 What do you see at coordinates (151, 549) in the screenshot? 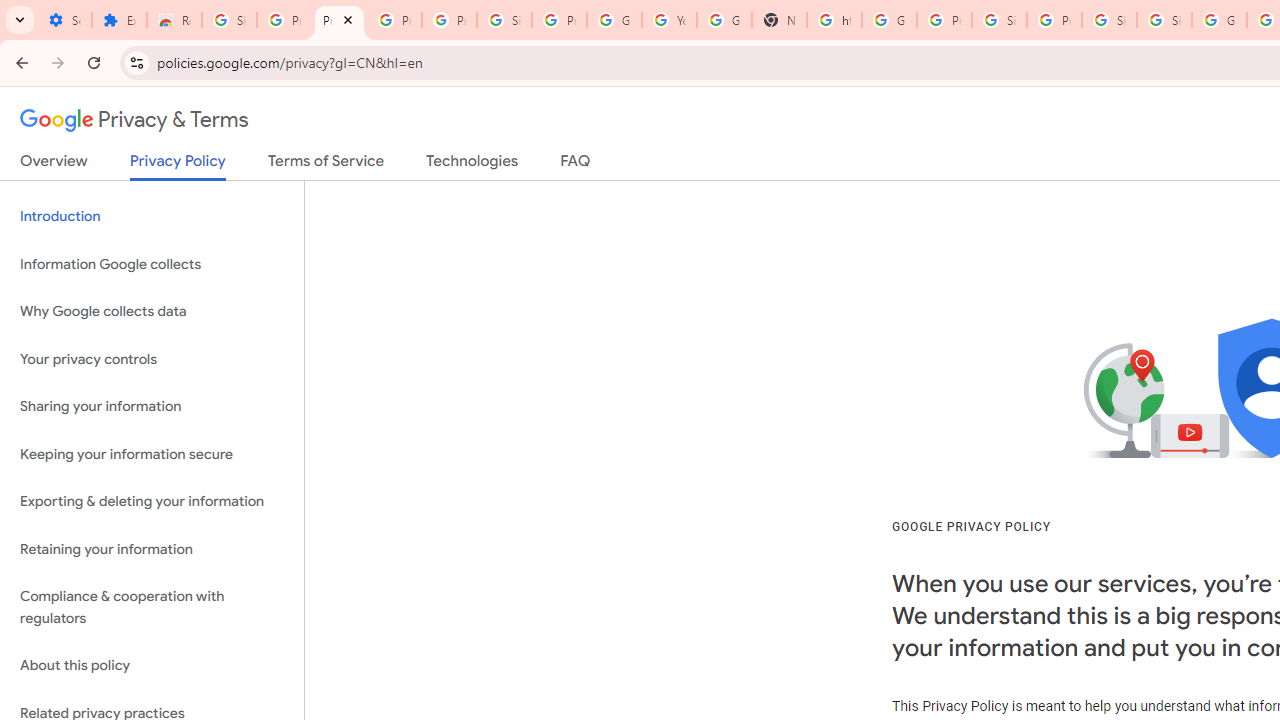
I see `'Retaining your information'` at bounding box center [151, 549].